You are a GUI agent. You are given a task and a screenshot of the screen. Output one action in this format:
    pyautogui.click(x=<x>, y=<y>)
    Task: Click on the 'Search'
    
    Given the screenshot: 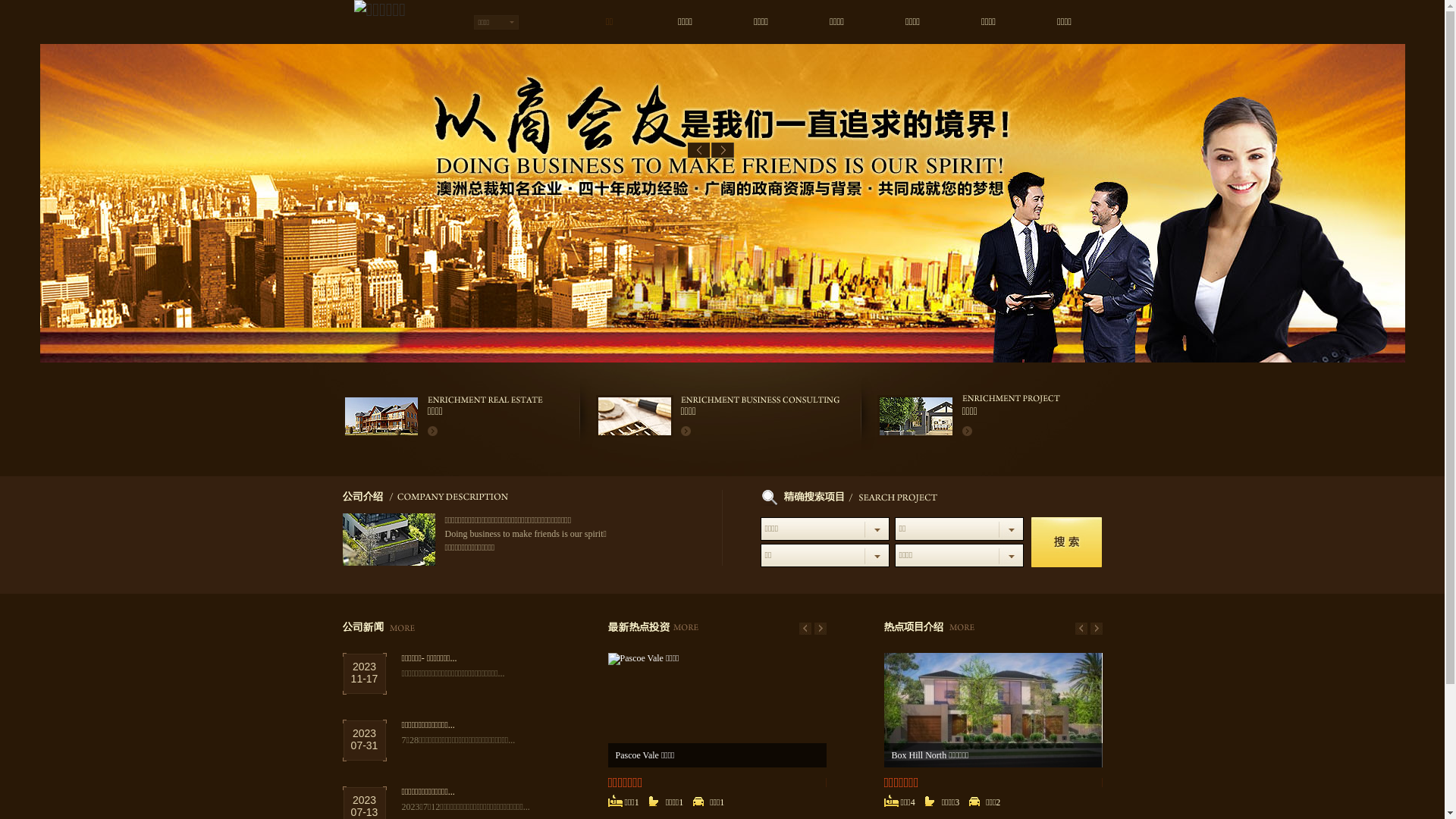 What is the action you would take?
    pyautogui.click(x=1031, y=541)
    